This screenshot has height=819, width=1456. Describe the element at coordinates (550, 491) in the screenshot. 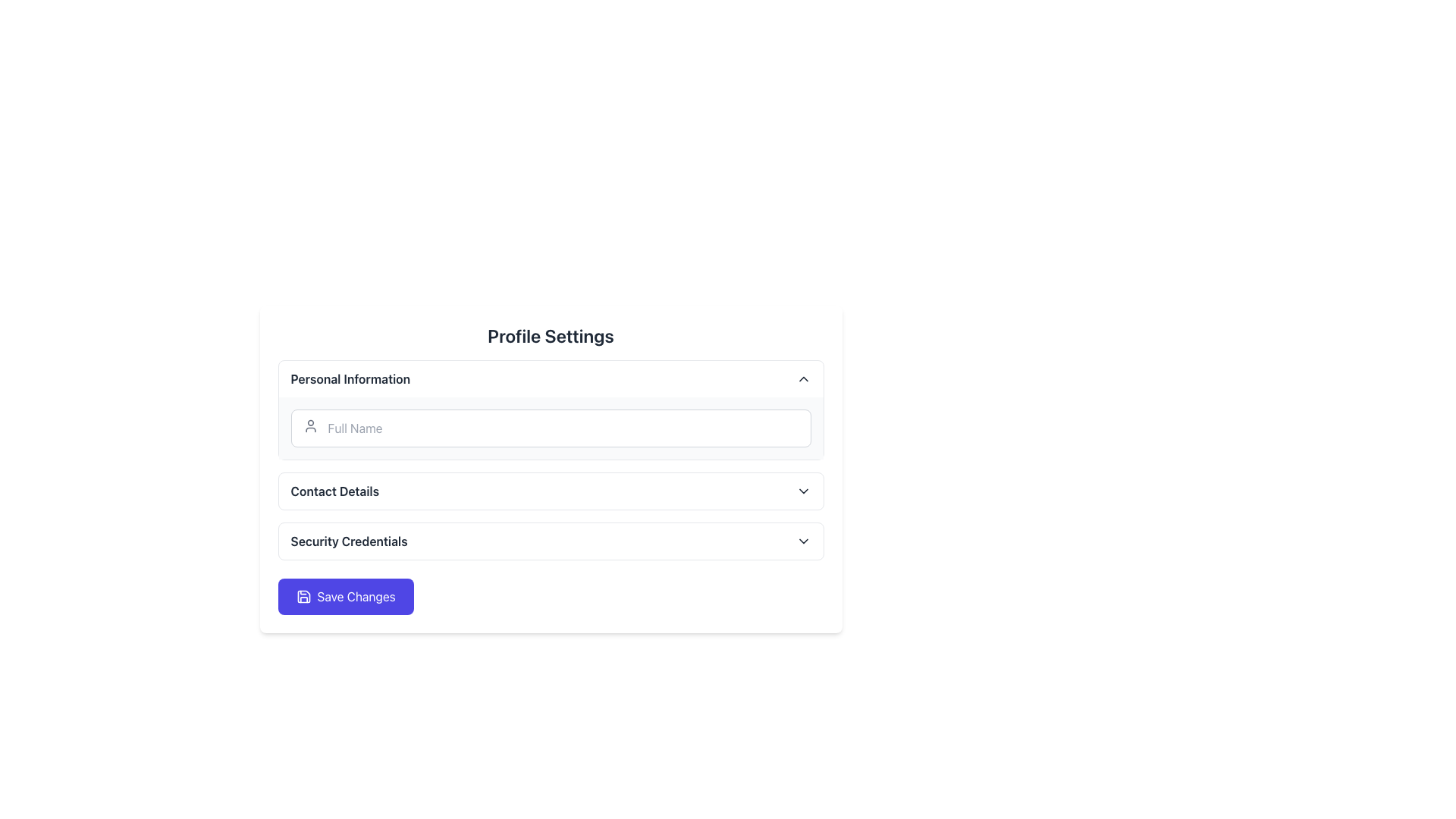

I see `the Collapsible Section Header for 'Contact Details' in the Profile Settings layout` at that location.